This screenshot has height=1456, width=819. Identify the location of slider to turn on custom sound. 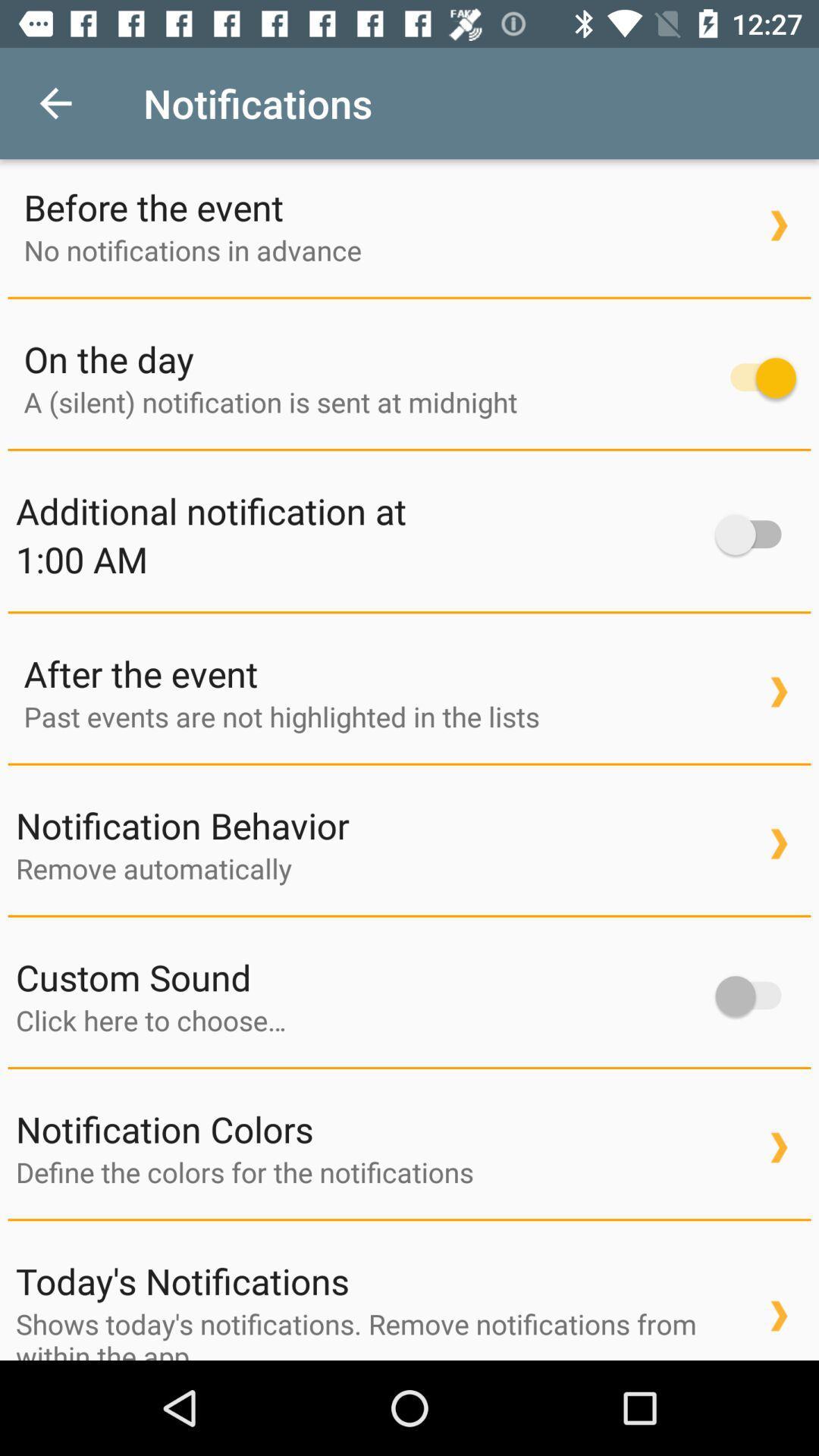
(755, 996).